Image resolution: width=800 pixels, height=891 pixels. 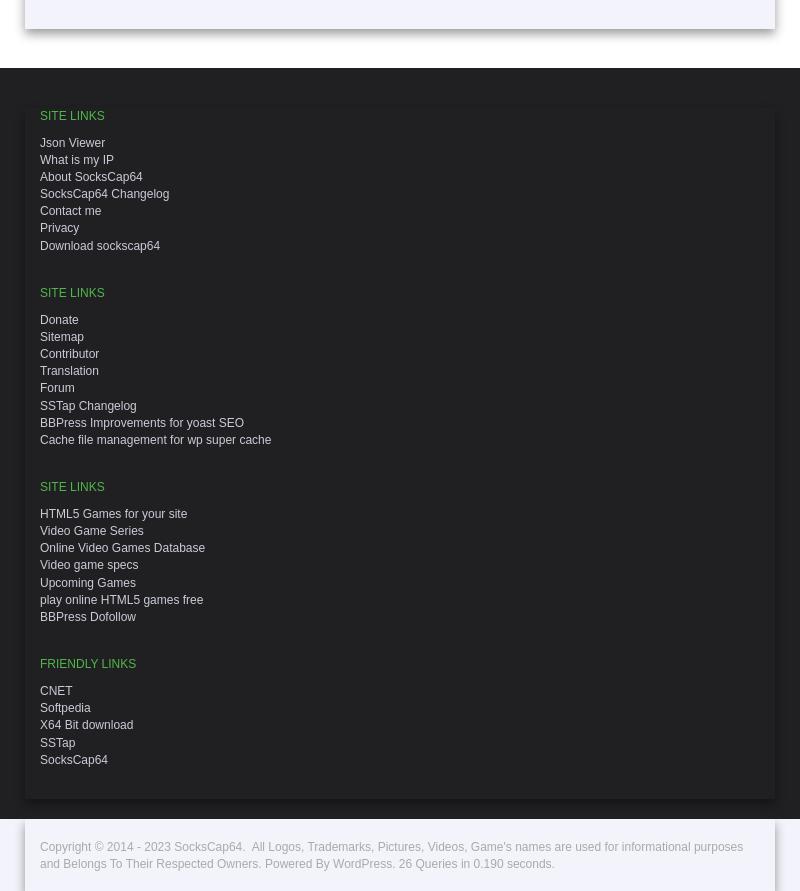 What do you see at coordinates (142, 421) in the screenshot?
I see `'BBPress Improvements for yoast SEO'` at bounding box center [142, 421].